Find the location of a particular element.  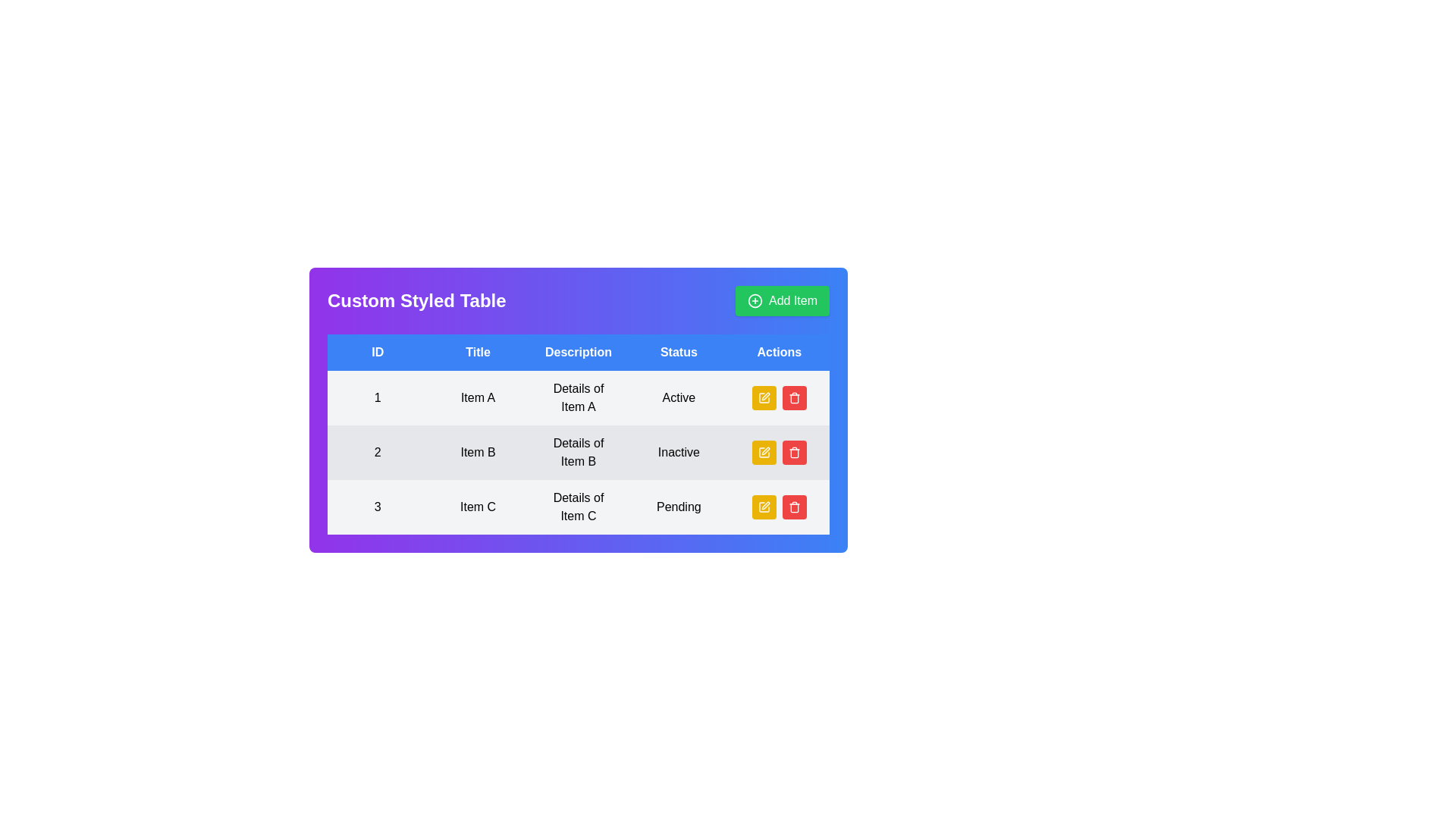

on the second row of the table, which contains '2' under the 'ID' column, 'Item B' under the 'Title' column, 'Details of Item B' under the 'Description' column, and 'Inactive' under the 'Status' column is located at coordinates (578, 452).